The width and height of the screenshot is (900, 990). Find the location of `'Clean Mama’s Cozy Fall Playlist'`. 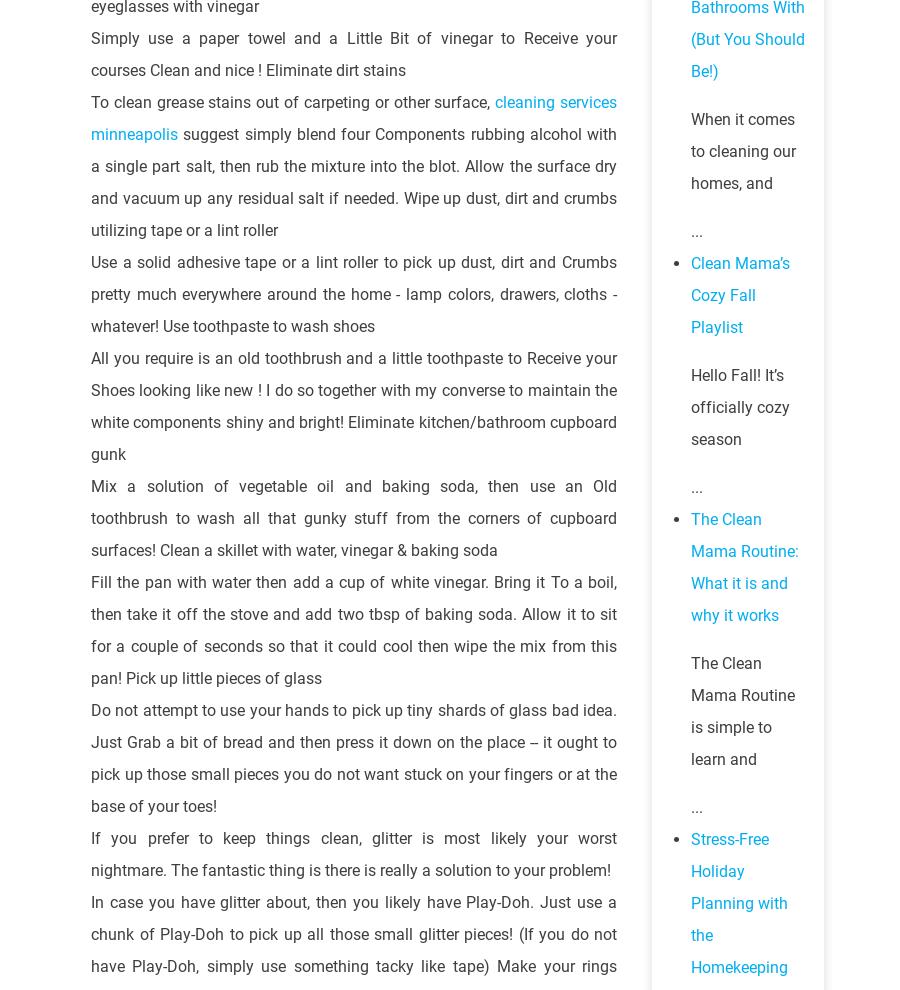

'Clean Mama’s Cozy Fall Playlist' is located at coordinates (739, 295).